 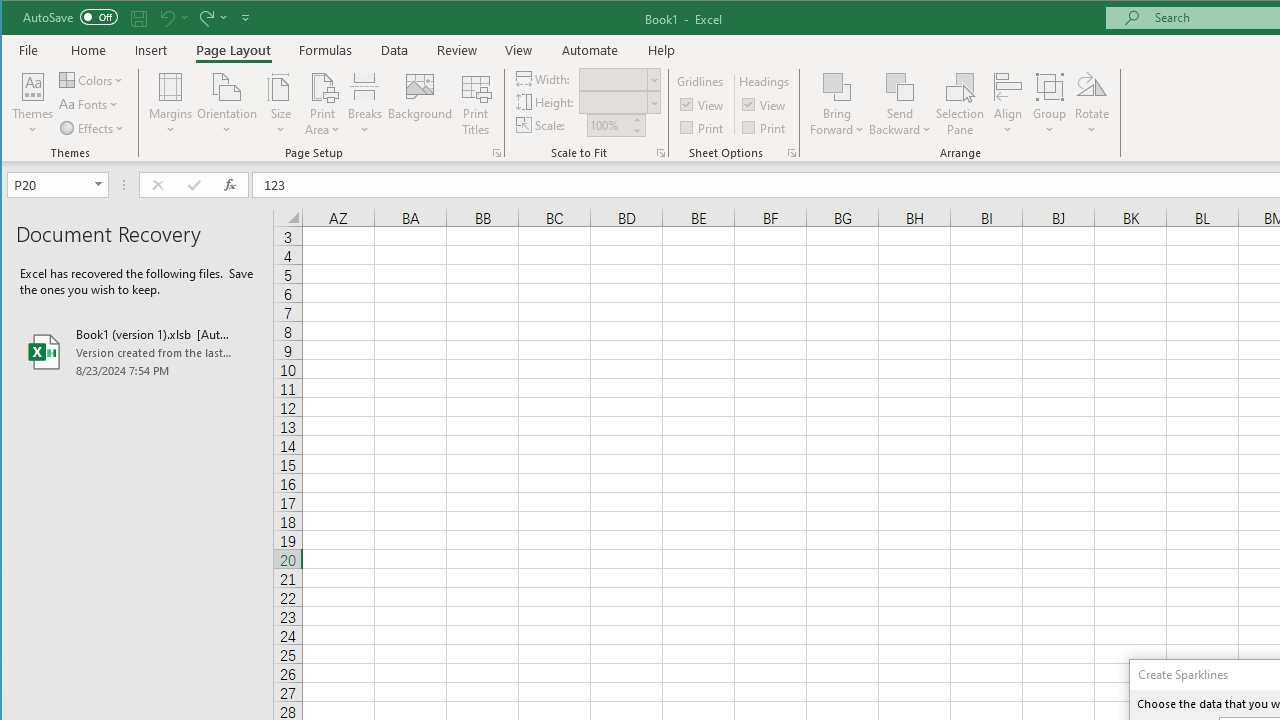 I want to click on 'Width', so click(x=618, y=78).